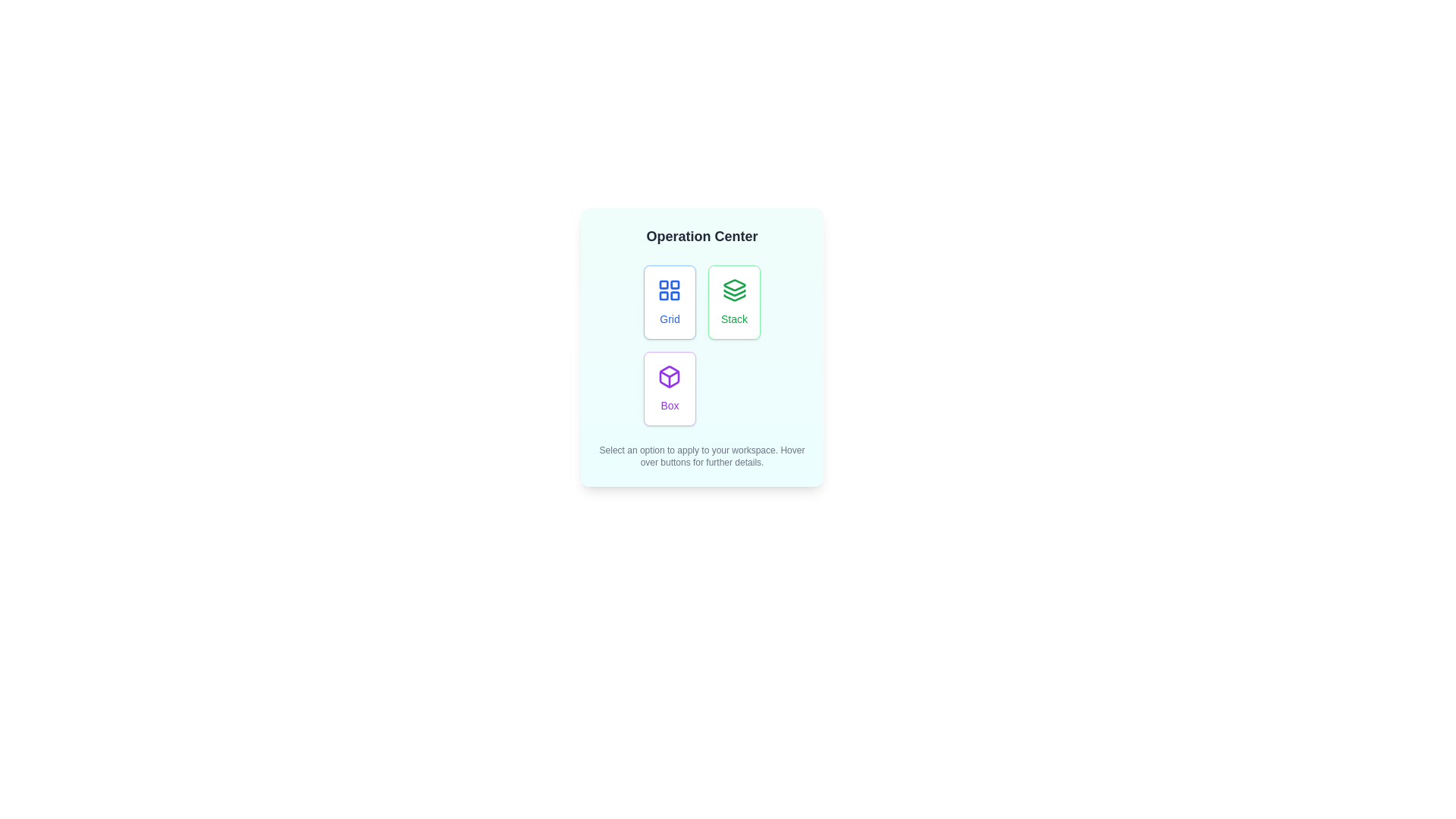  What do you see at coordinates (734, 302) in the screenshot?
I see `the 'Stack' button in the 'Operation Center'` at bounding box center [734, 302].